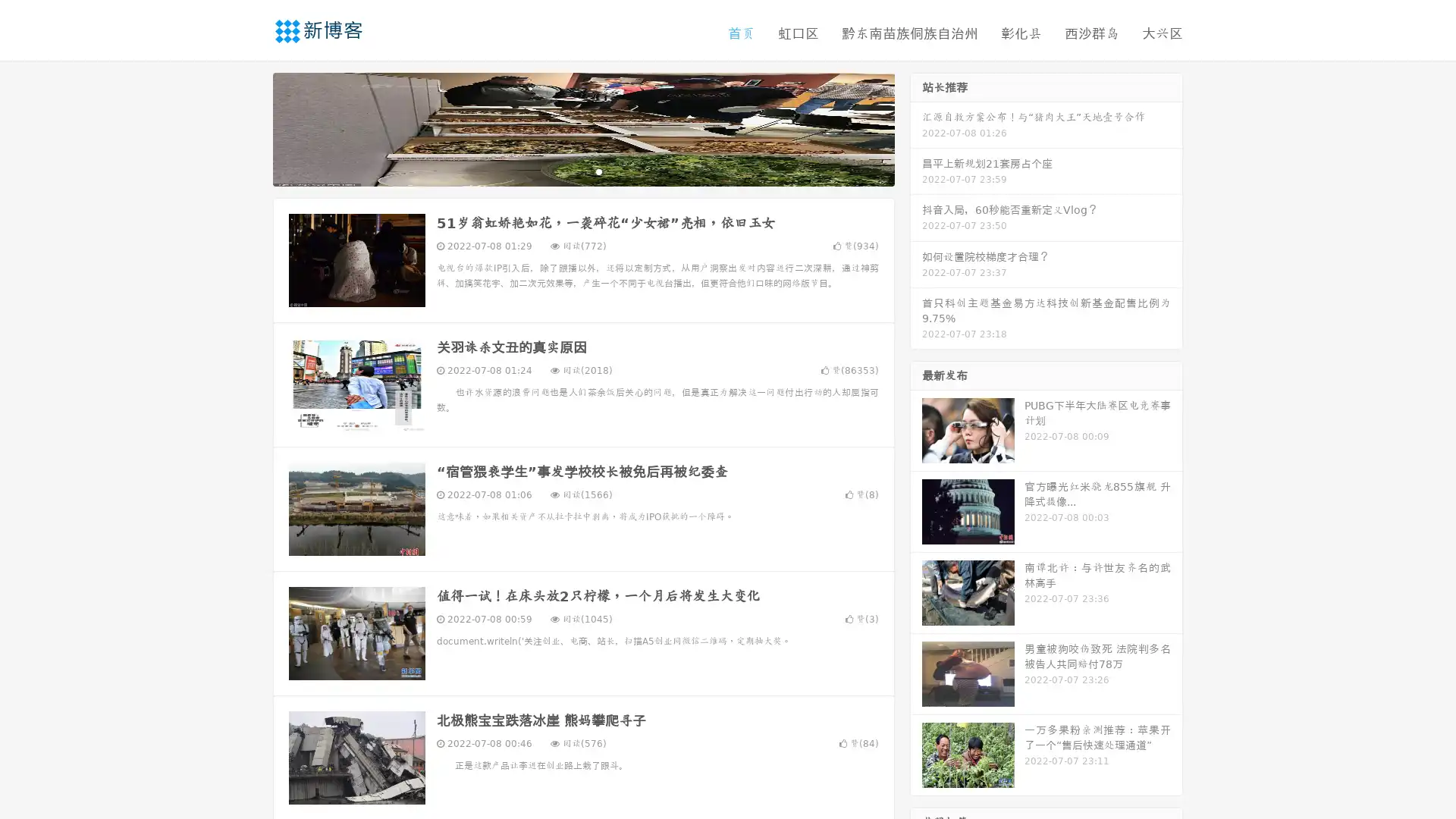 The image size is (1456, 819). Describe the element at coordinates (582, 171) in the screenshot. I see `Go to slide 2` at that location.